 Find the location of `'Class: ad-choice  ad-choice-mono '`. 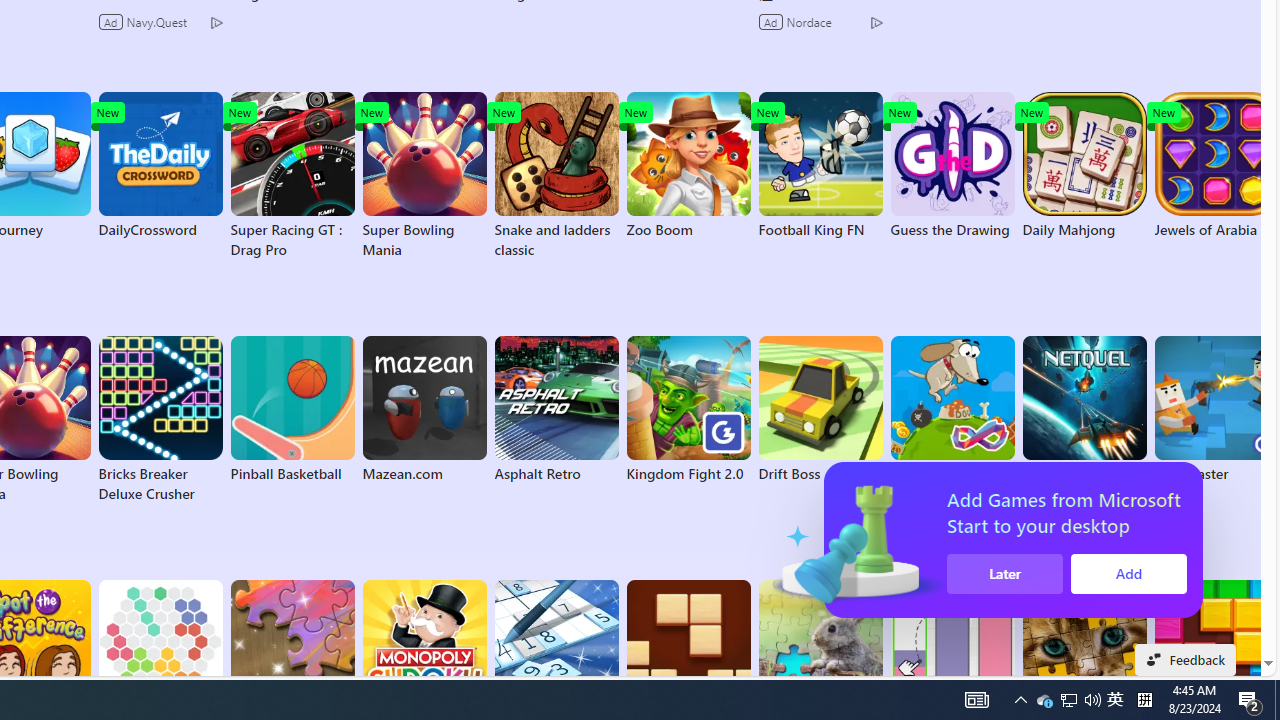

'Class: ad-choice  ad-choice-mono ' is located at coordinates (876, 21).